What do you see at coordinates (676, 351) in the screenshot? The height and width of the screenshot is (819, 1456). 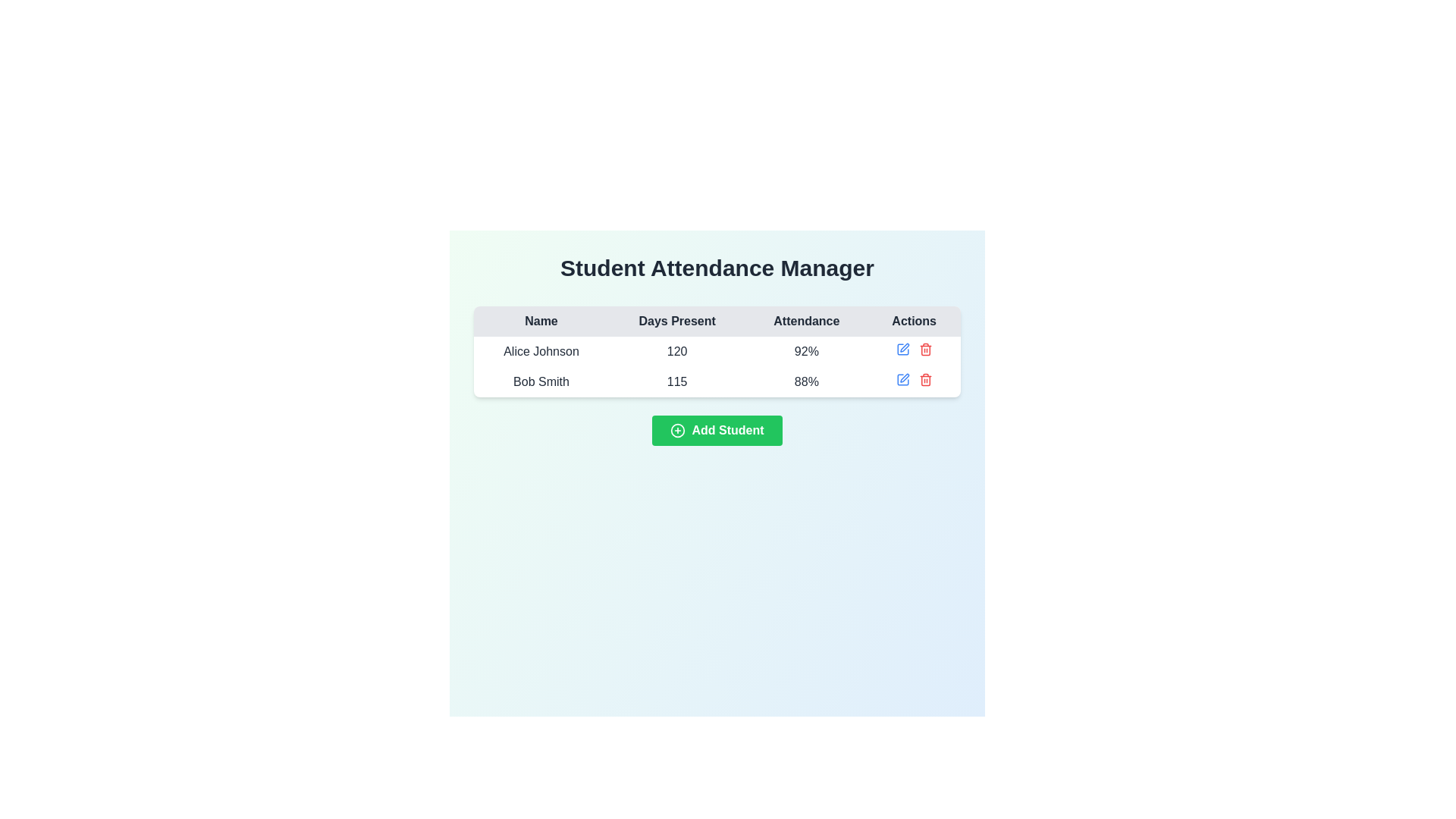 I see `the text display element showing the number '120' under the 'Days Present' column for 'Alice Johnson'` at bounding box center [676, 351].